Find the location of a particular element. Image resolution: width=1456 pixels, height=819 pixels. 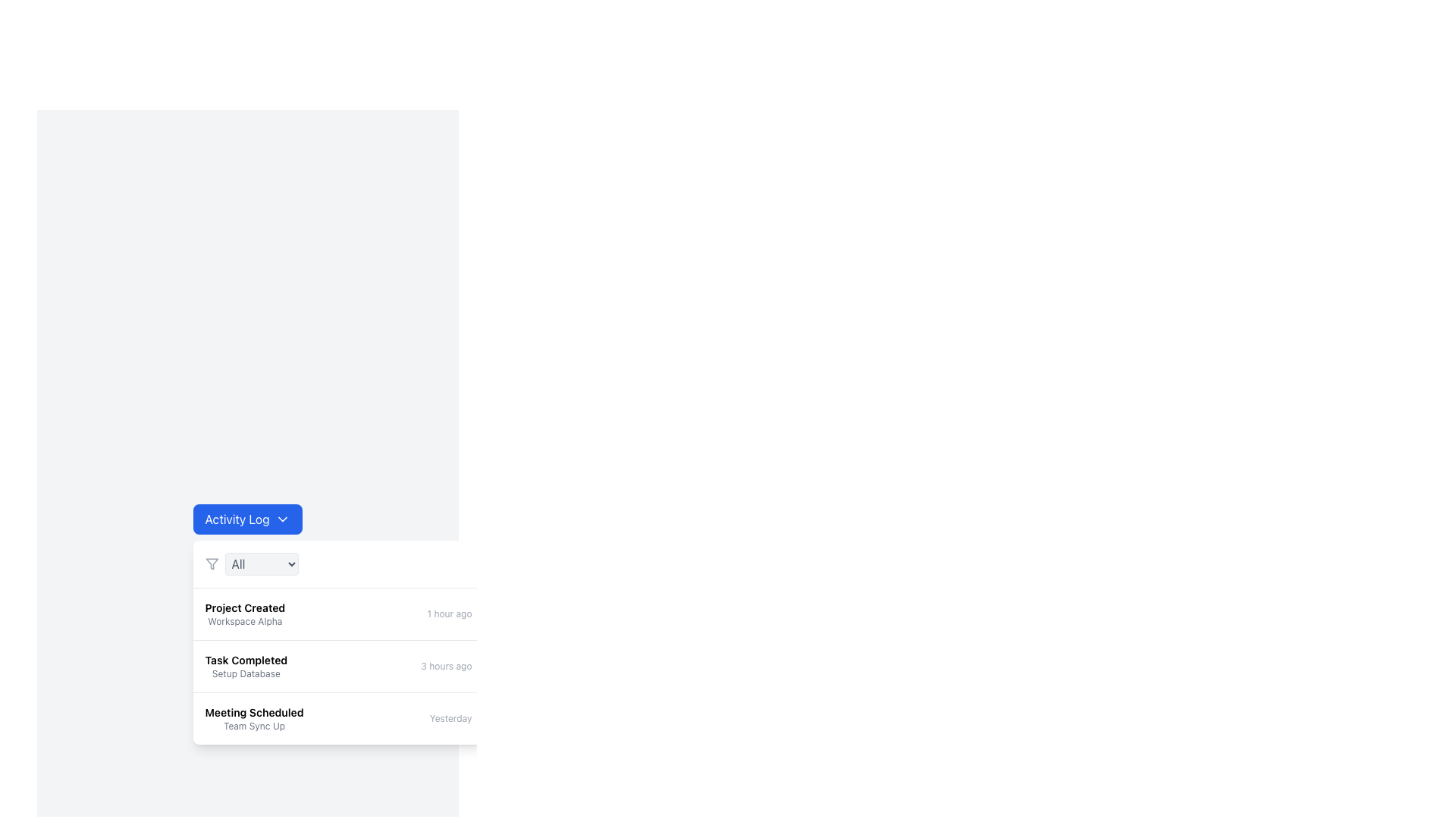

the 'Activity Log' label, which is positioned in the lower central area of the interface, next to a chevron-down icon is located at coordinates (236, 519).